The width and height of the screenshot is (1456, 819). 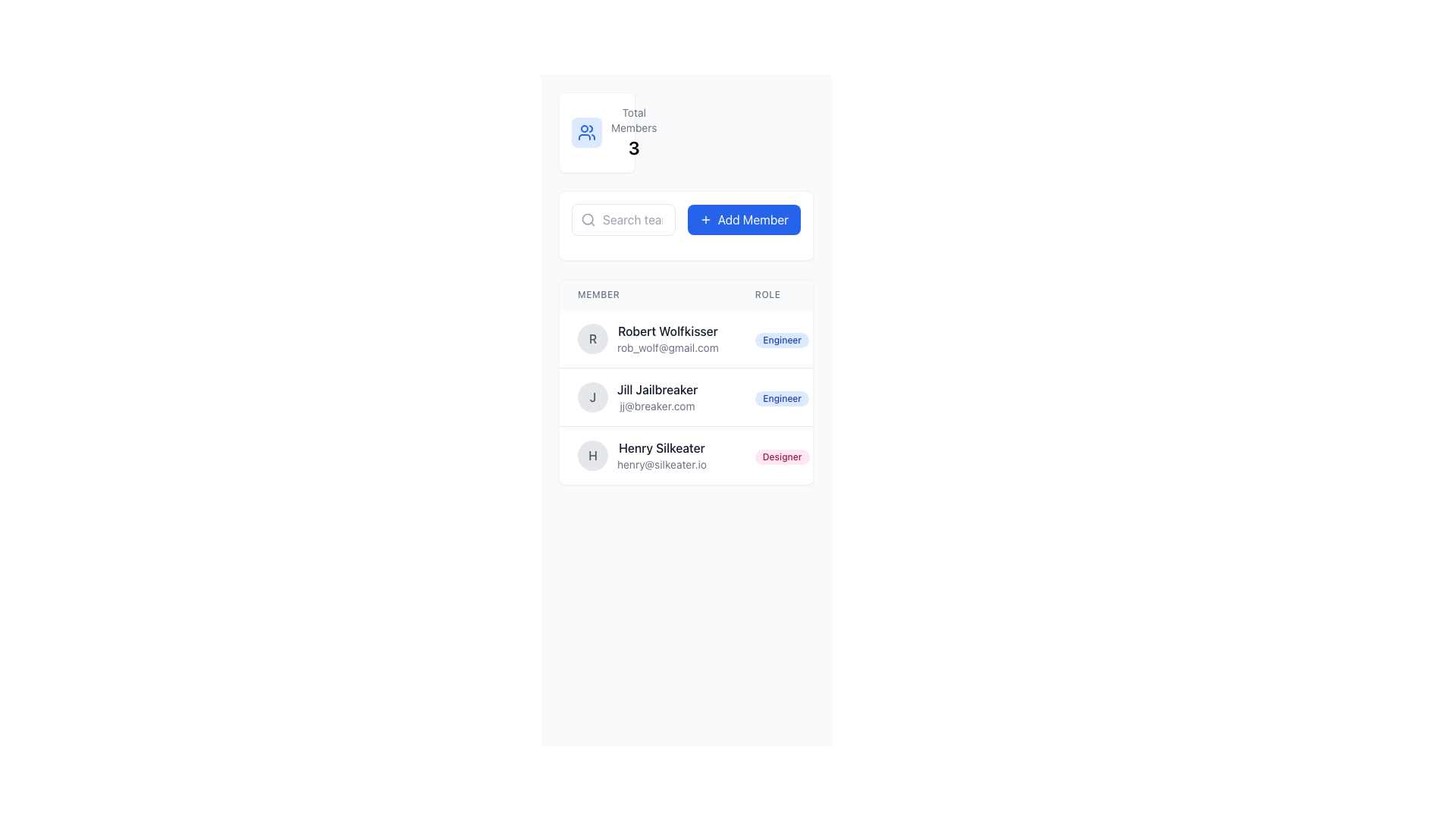 I want to click on the third list item representing a user profile for context menu options, so click(x=648, y=455).